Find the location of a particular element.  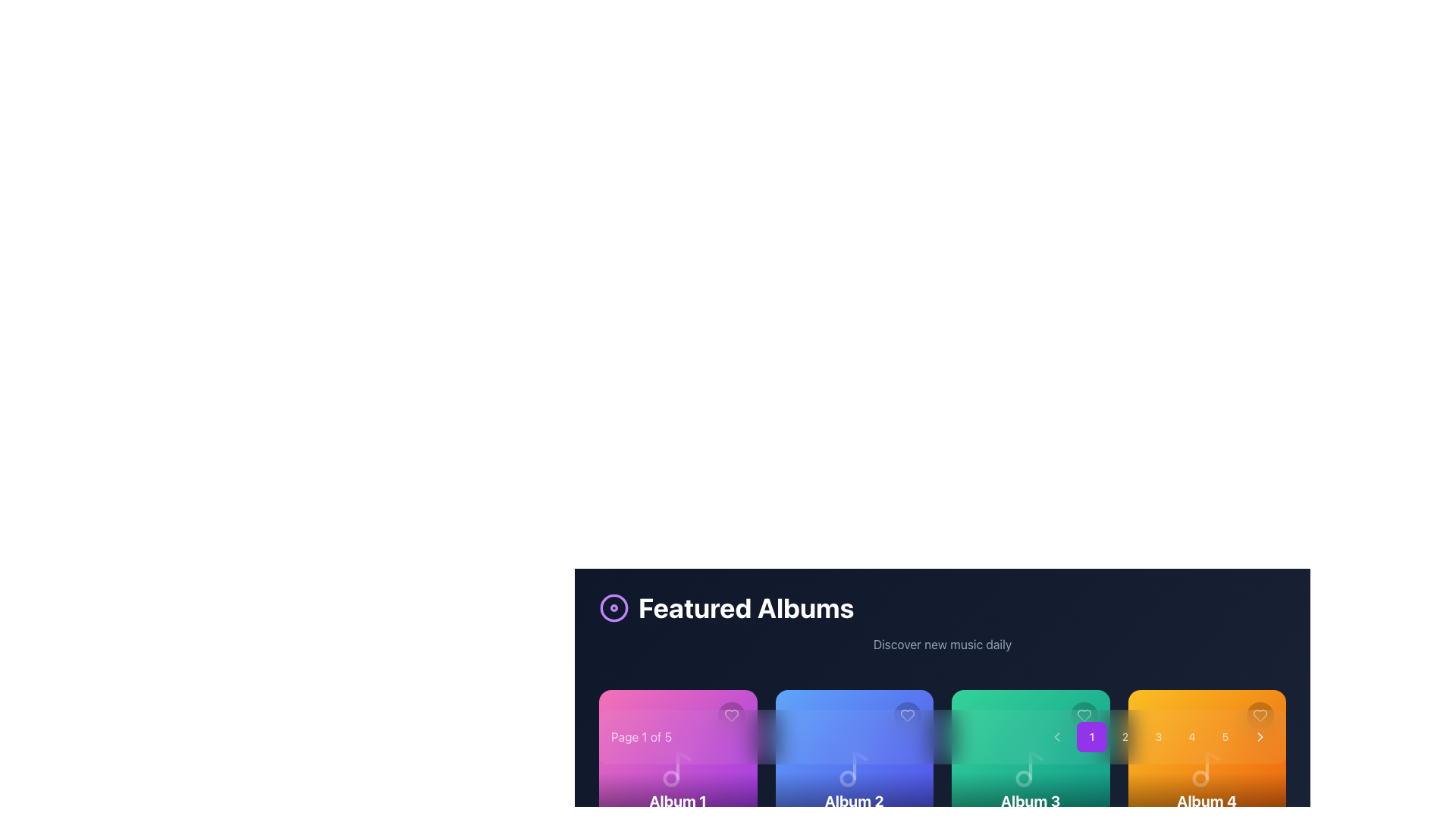

the 'like' button located at the upper-right corner of the blue card labeled 'Album 2' to observe visual feedback is located at coordinates (907, 716).